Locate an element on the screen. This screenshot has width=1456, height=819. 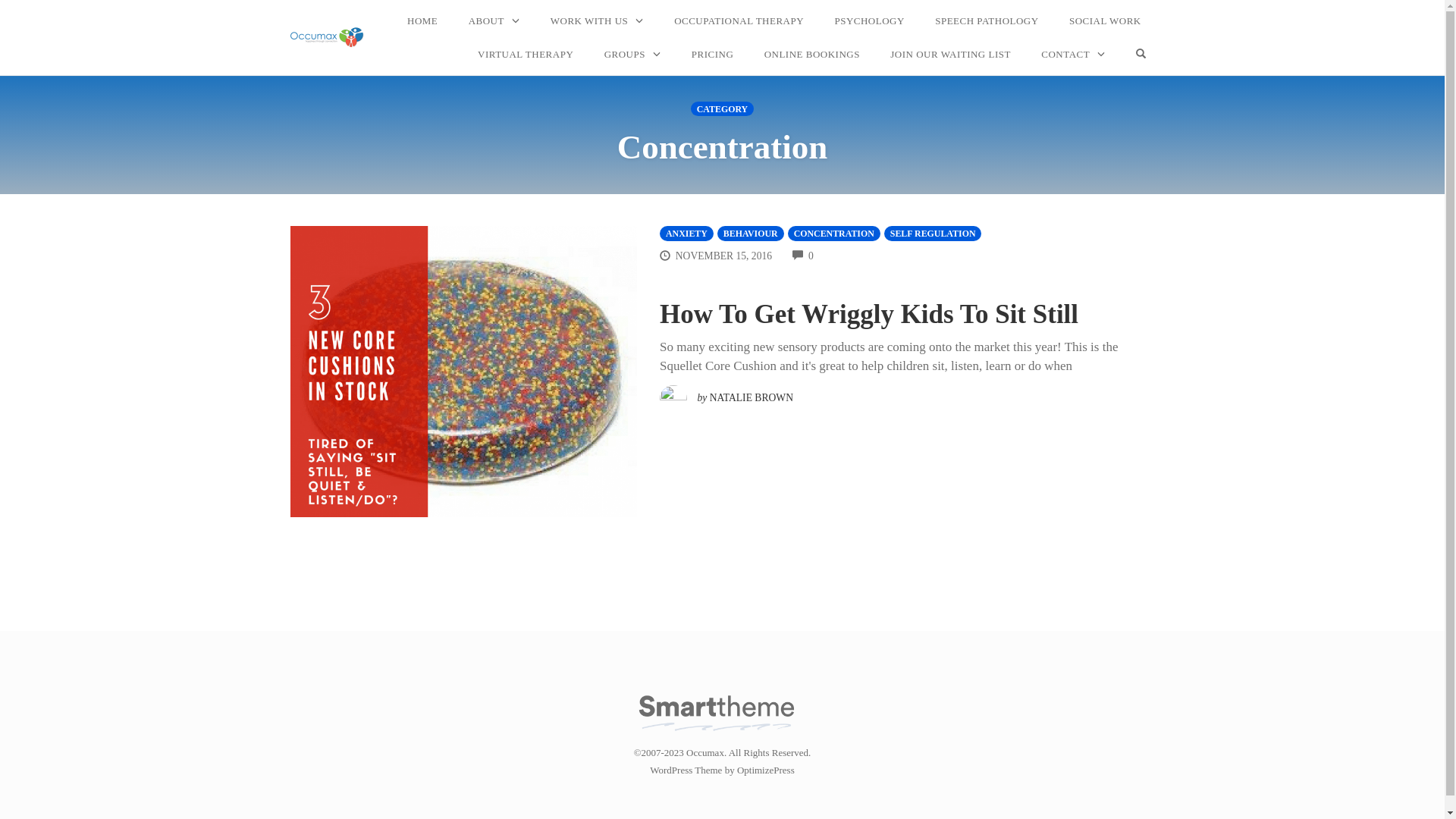
'SPEECH PATHOLOGY' is located at coordinates (986, 20).